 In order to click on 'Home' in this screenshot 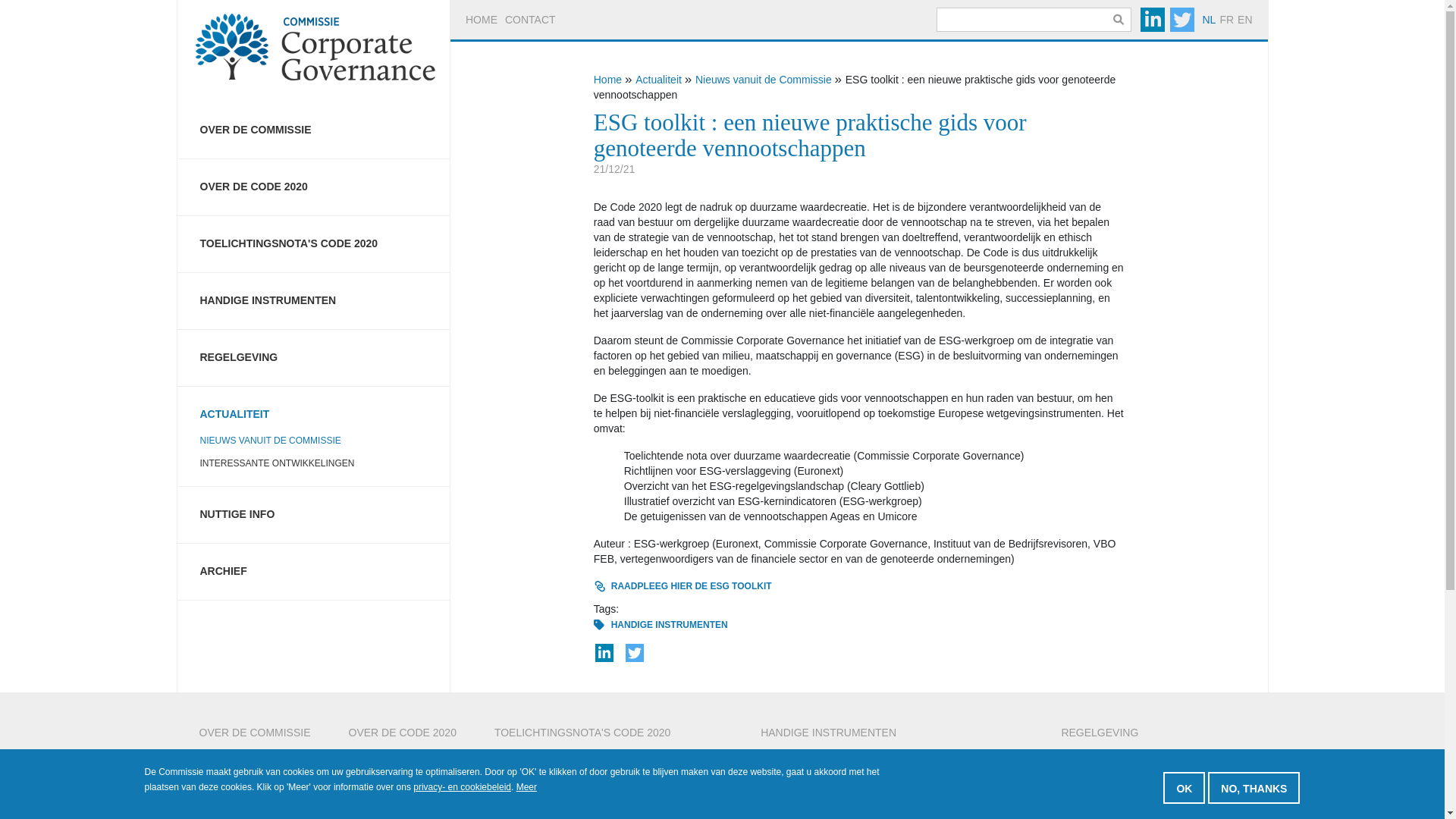, I will do `click(592, 79)`.